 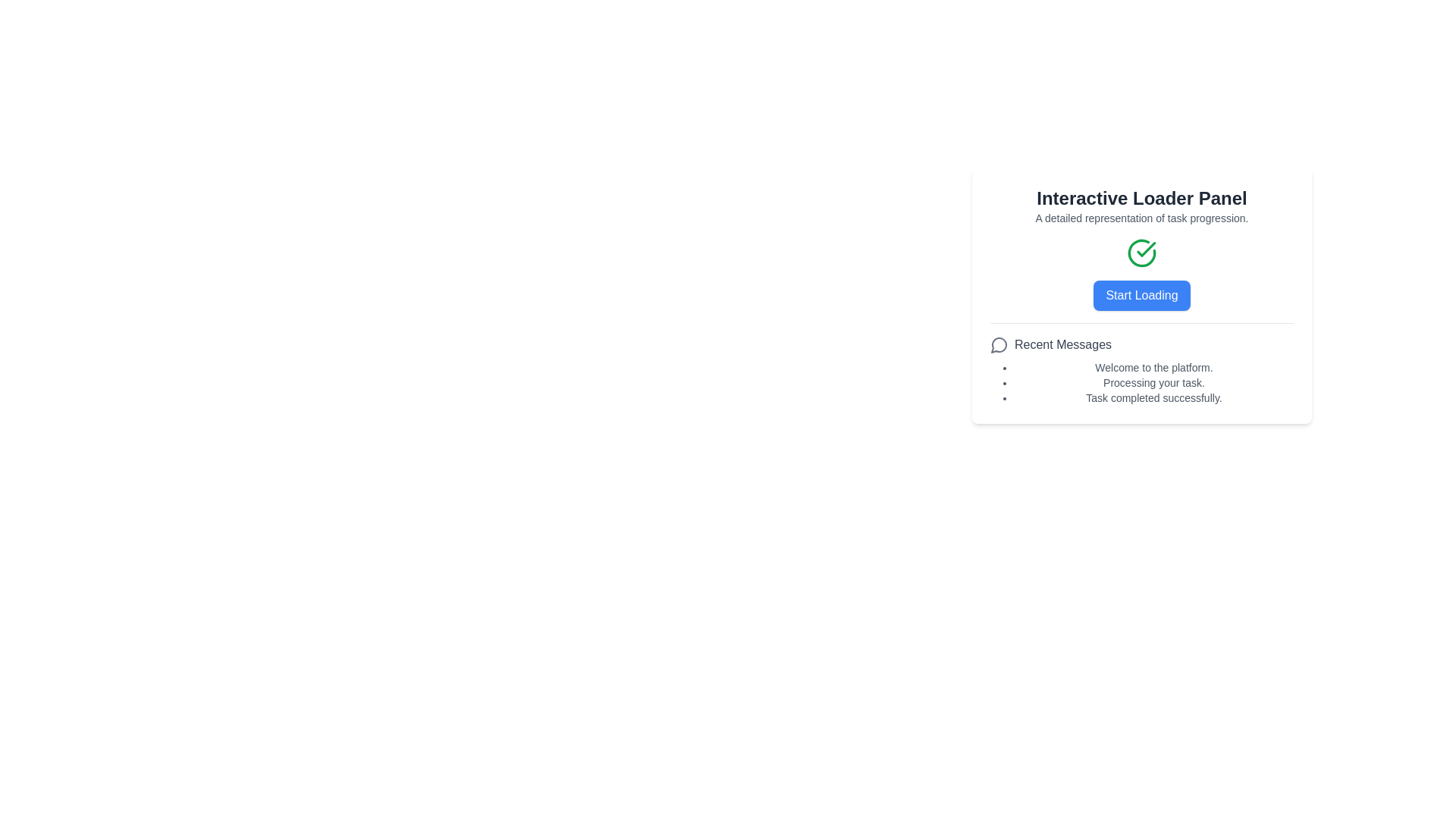 I want to click on the text label that reads 'A detailed representation of task progression.' which is located below the title 'Interactive Loader Panel', so click(x=1142, y=218).